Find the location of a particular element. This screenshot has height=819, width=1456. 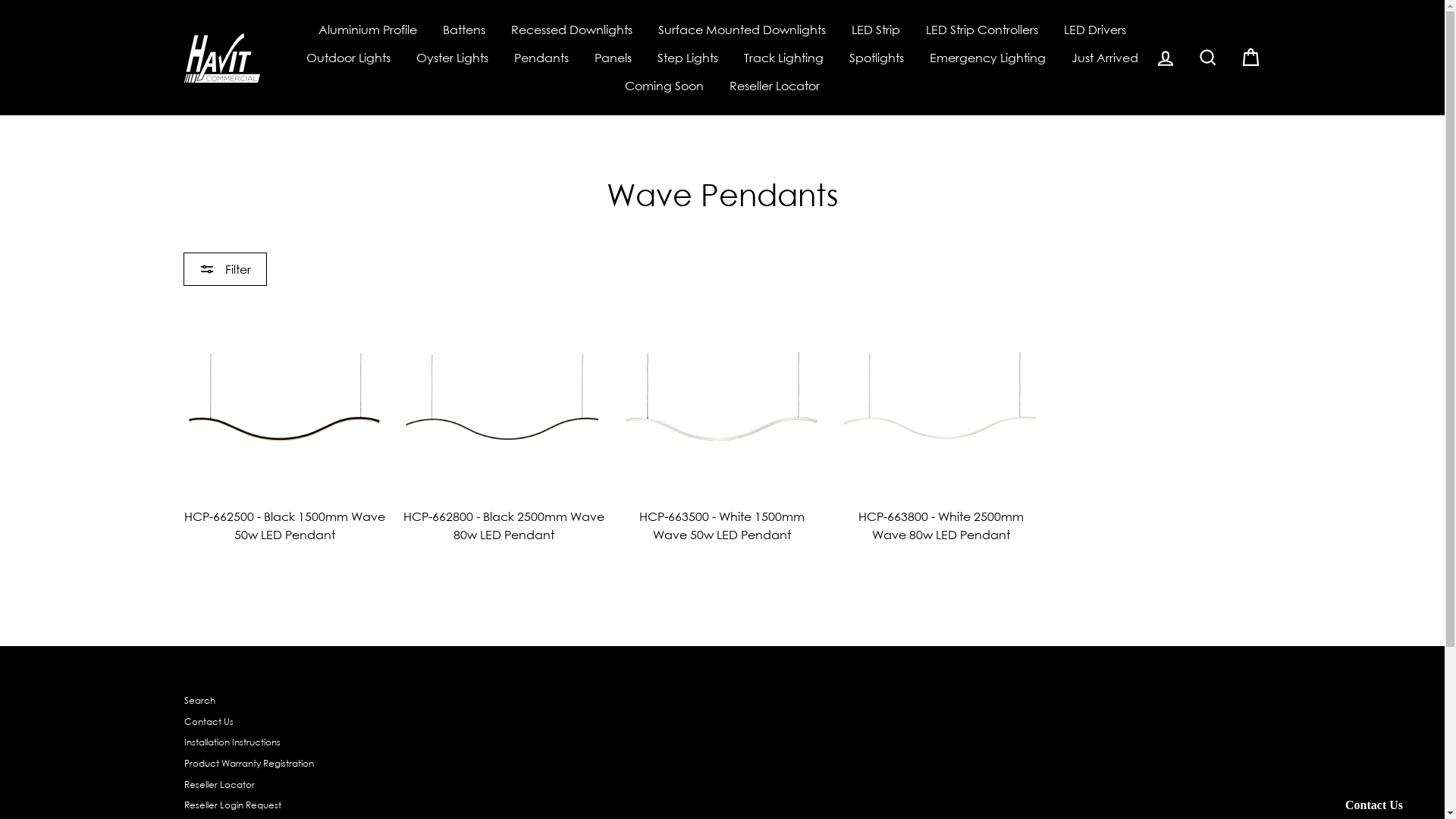

'Surface Mounted Downlights' is located at coordinates (742, 29).